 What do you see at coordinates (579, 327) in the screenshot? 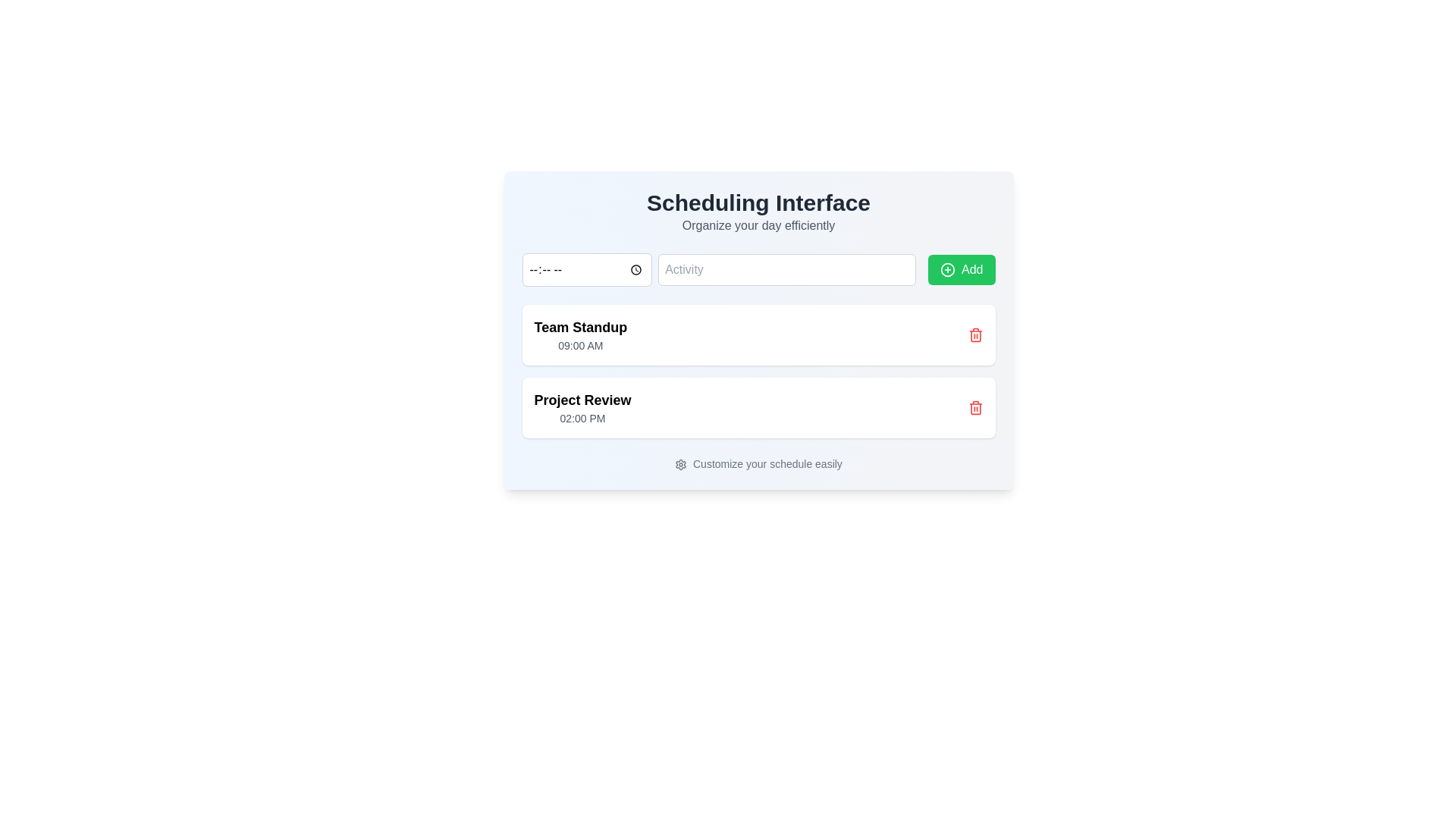
I see `the 'Team Standup' text label, which is styled with a bold, large-sized font and is positioned above the '09:00 AM' time indication, to possibly reveal additional information` at bounding box center [579, 327].